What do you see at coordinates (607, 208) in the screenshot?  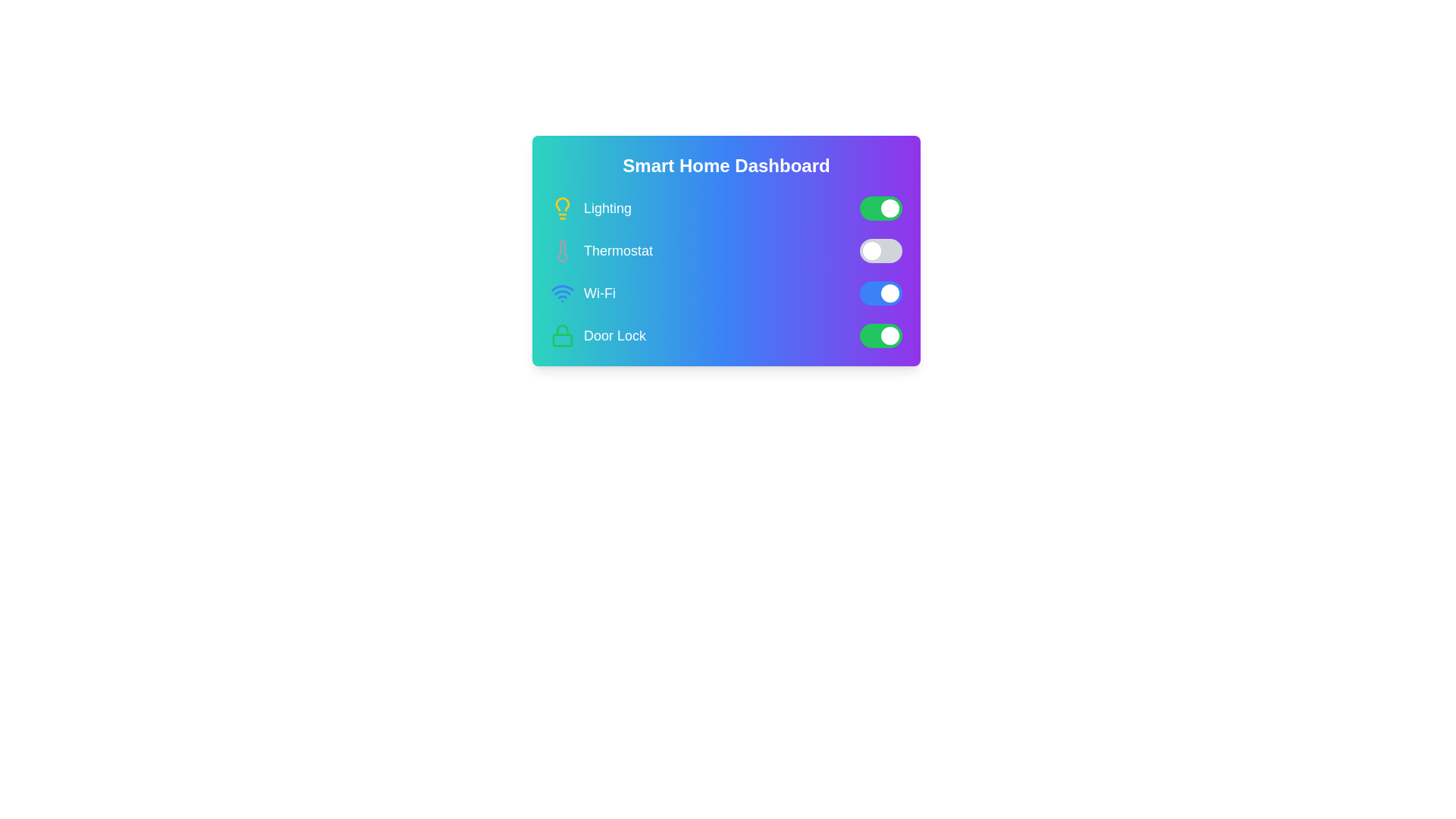 I see `the 'Lighting' text label in the Smart Home Dashboard, which is positioned to the right of a yellow lightbulb icon` at bounding box center [607, 208].